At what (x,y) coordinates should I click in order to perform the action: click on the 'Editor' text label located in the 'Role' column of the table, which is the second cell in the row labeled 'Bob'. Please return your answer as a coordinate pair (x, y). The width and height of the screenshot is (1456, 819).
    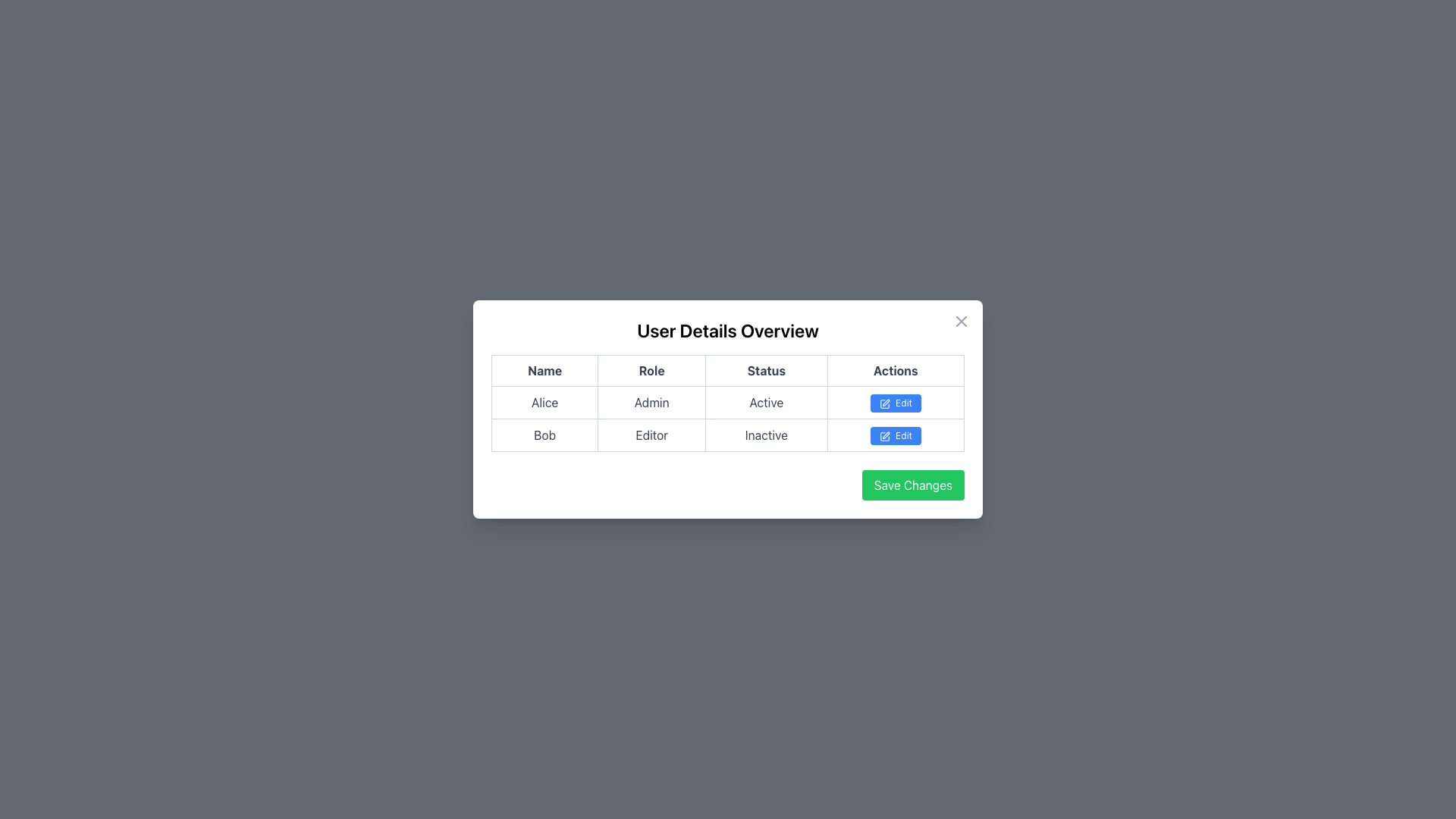
    Looking at the image, I should click on (651, 435).